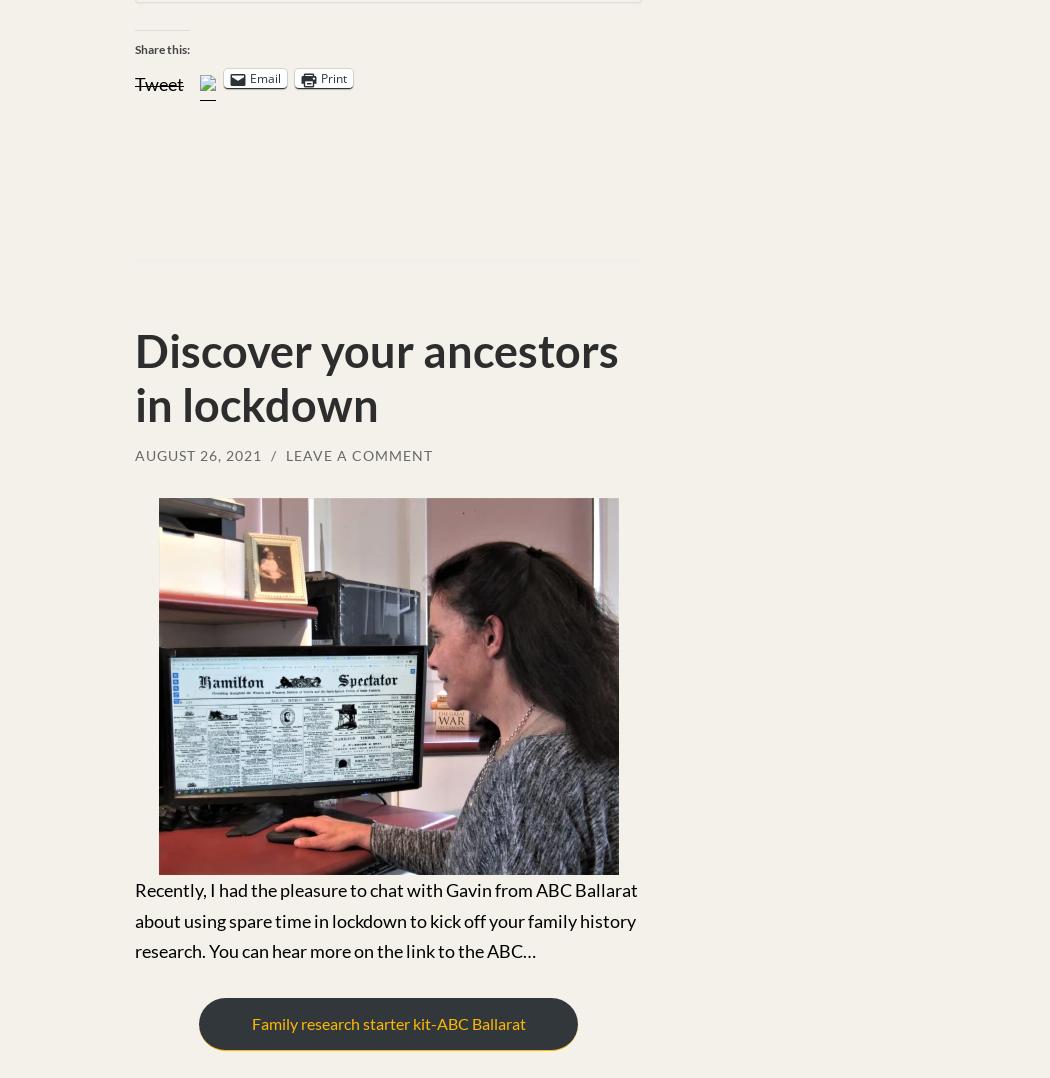 The height and width of the screenshot is (1078, 1050). I want to click on 'Leave a comment', so click(358, 454).